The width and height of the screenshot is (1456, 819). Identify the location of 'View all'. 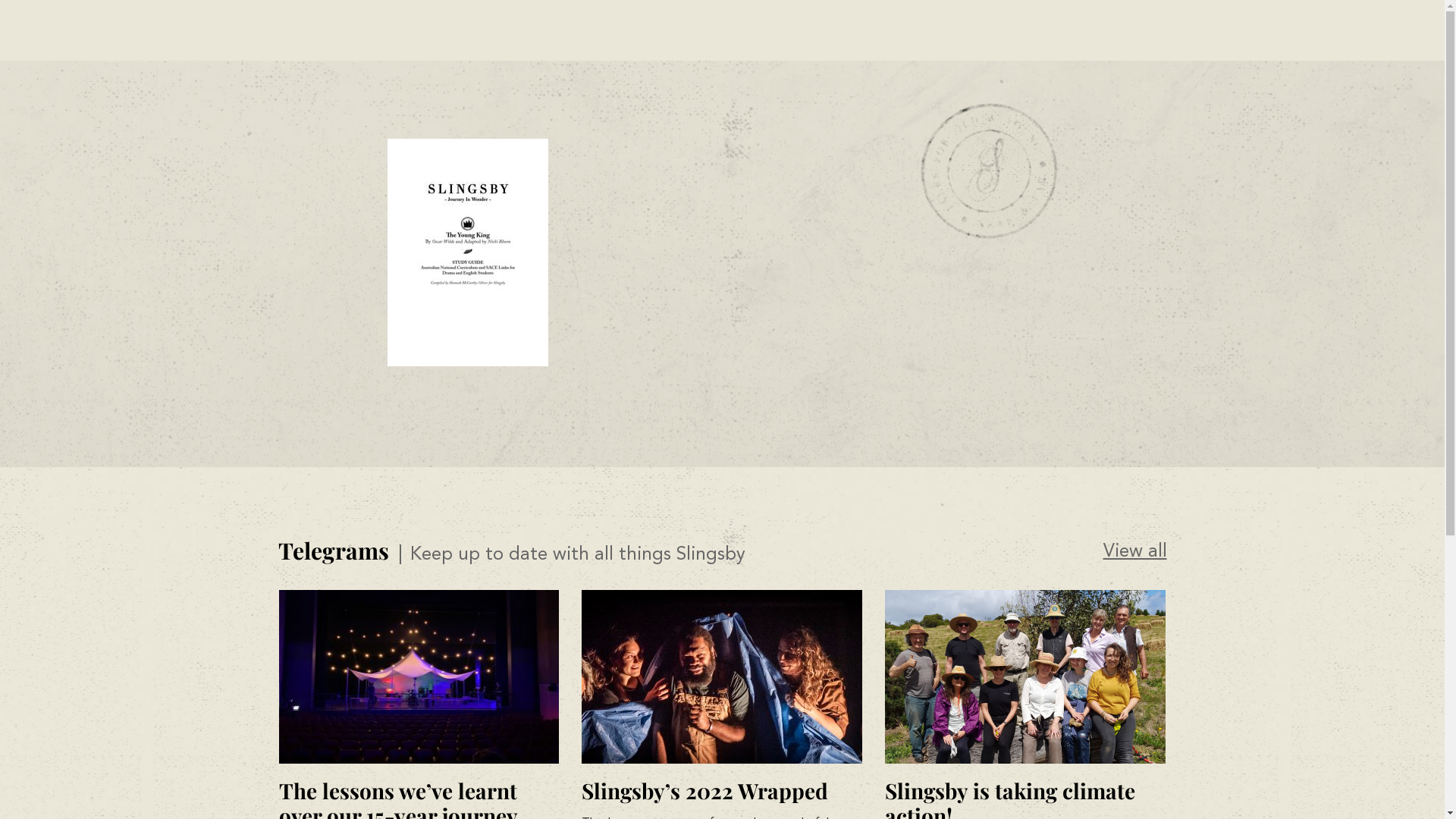
(1134, 552).